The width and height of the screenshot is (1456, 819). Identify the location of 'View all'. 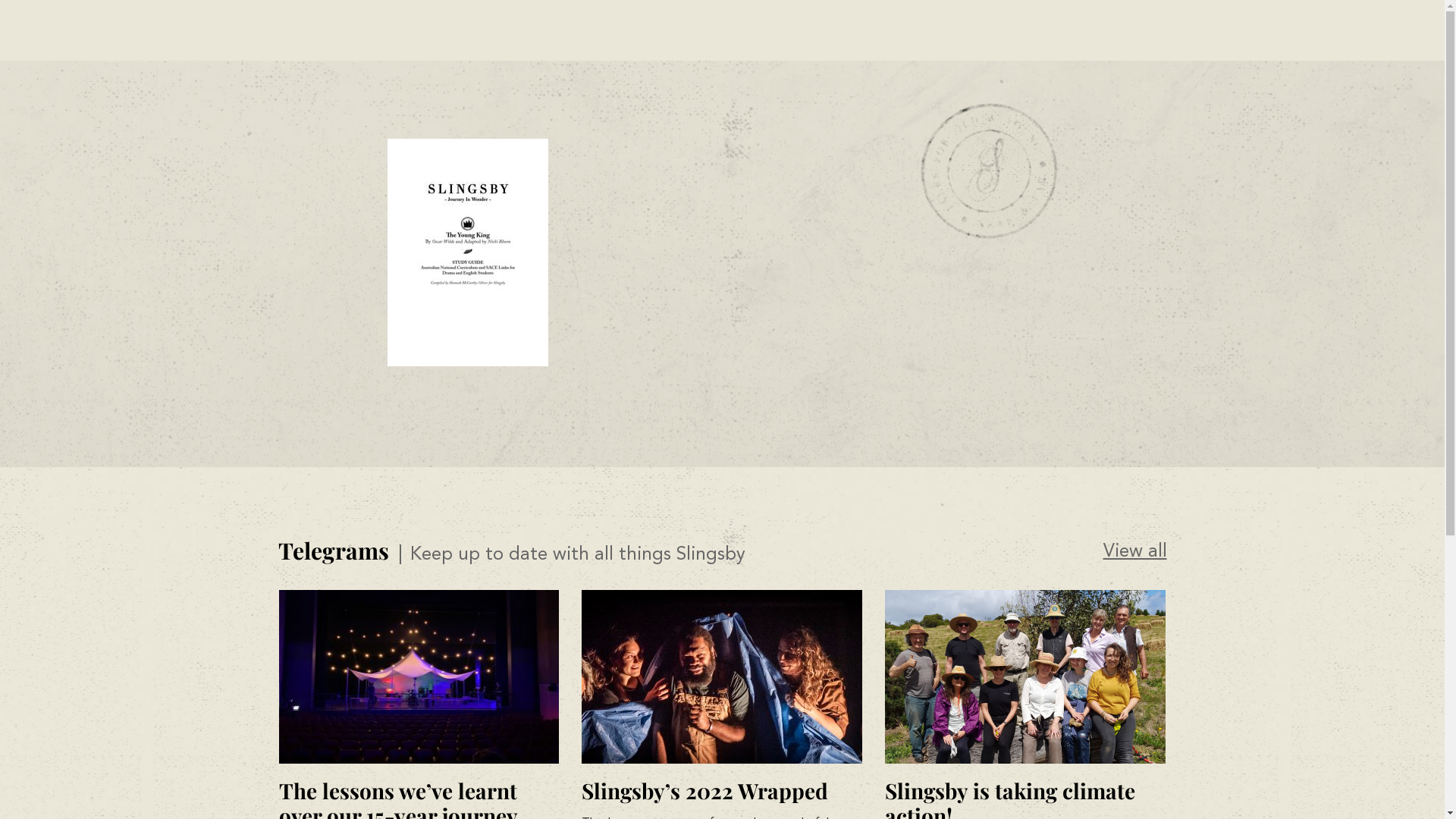
(1134, 552).